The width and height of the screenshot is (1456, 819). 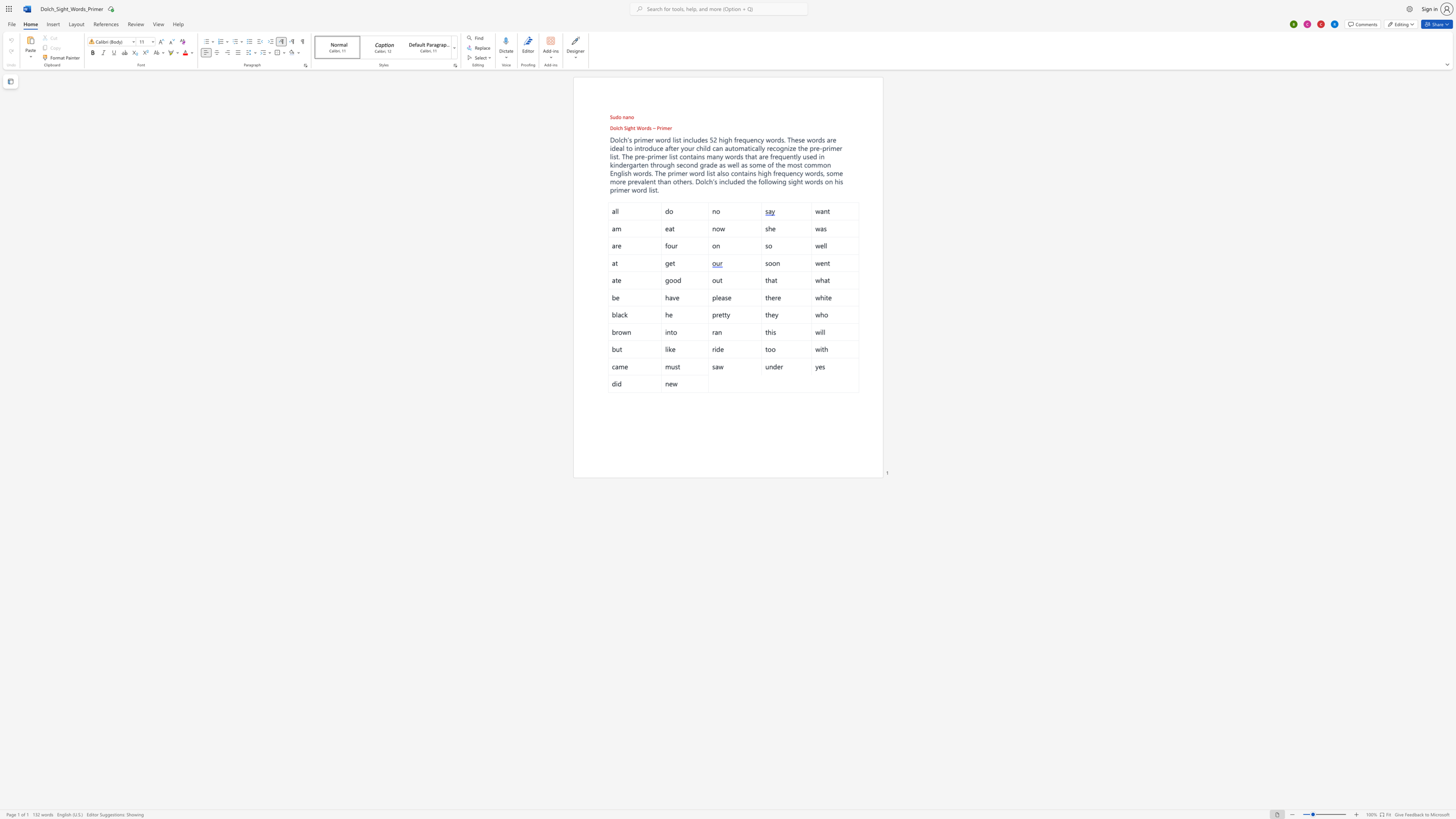 What do you see at coordinates (800, 174) in the screenshot?
I see `the subset text "y words, some more prevalent than others. Dolch’s included the following sight words on" within the text "high frequency words, some more prevalent than others. Dolch’s included the following sight words on his primer word list."` at bounding box center [800, 174].